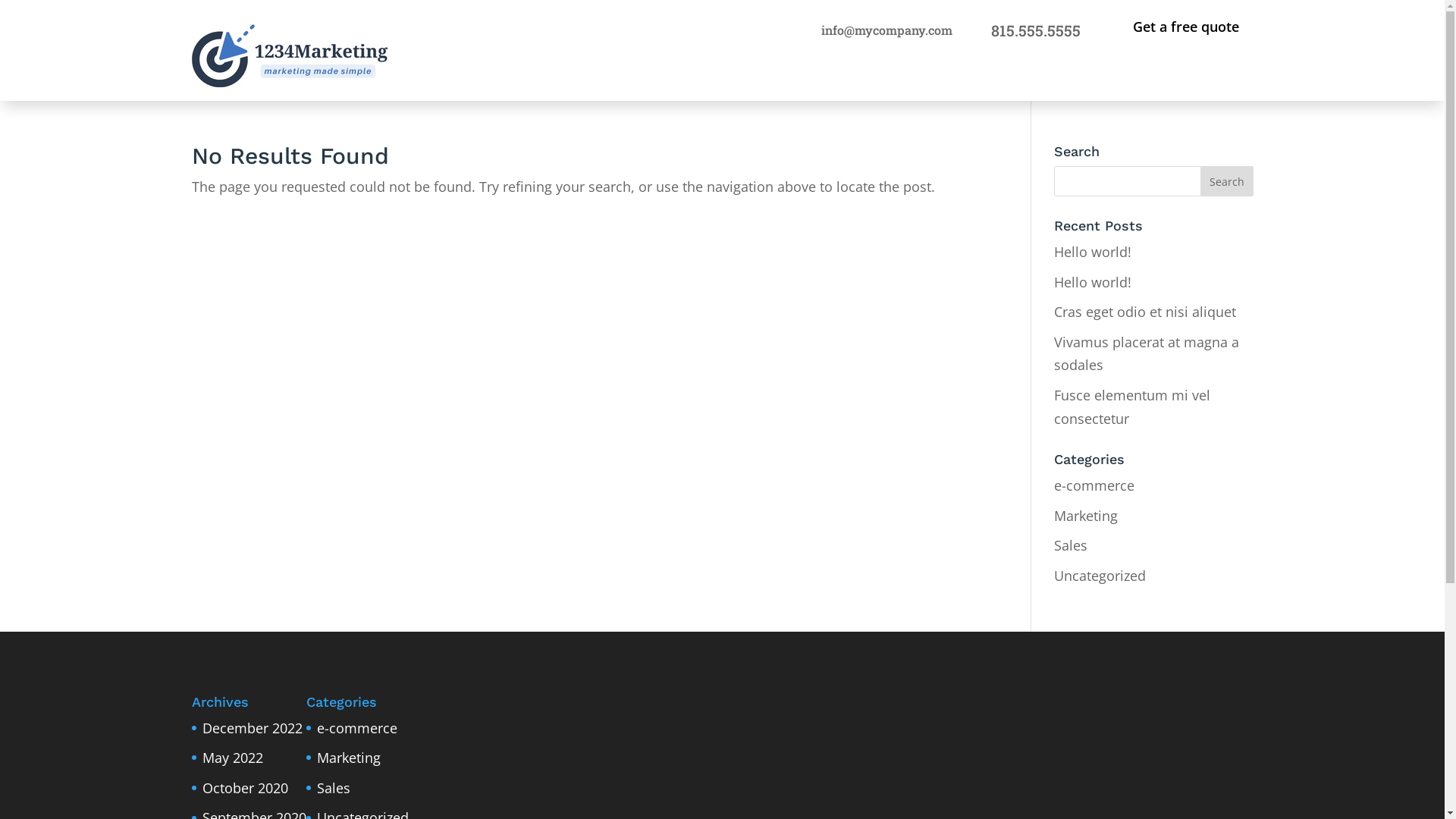 This screenshot has width=1456, height=819. Describe the element at coordinates (290, 55) in the screenshot. I see `'logo'` at that location.